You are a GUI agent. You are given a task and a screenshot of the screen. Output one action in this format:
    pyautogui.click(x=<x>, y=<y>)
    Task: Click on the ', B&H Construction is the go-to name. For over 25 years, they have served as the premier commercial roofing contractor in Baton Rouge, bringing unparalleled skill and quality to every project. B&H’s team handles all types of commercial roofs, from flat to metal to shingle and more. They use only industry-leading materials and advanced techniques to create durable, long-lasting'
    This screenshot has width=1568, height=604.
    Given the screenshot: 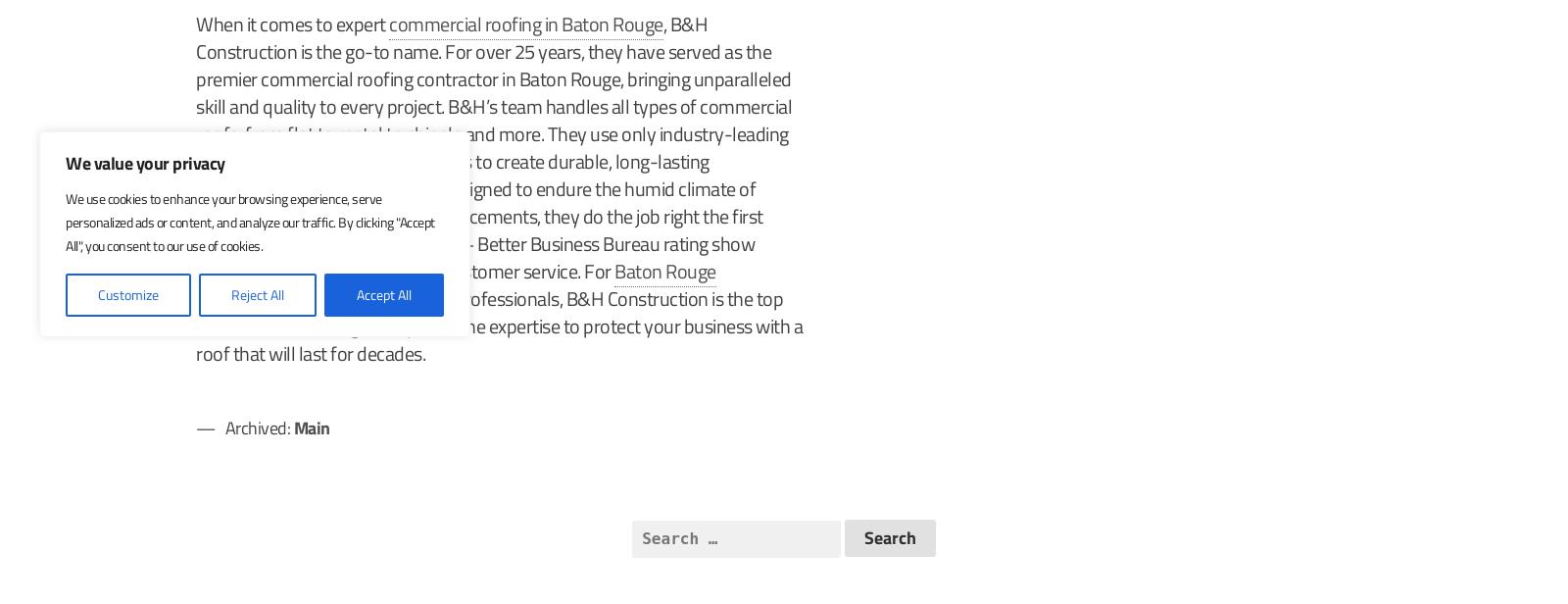 What is the action you would take?
    pyautogui.click(x=493, y=92)
    